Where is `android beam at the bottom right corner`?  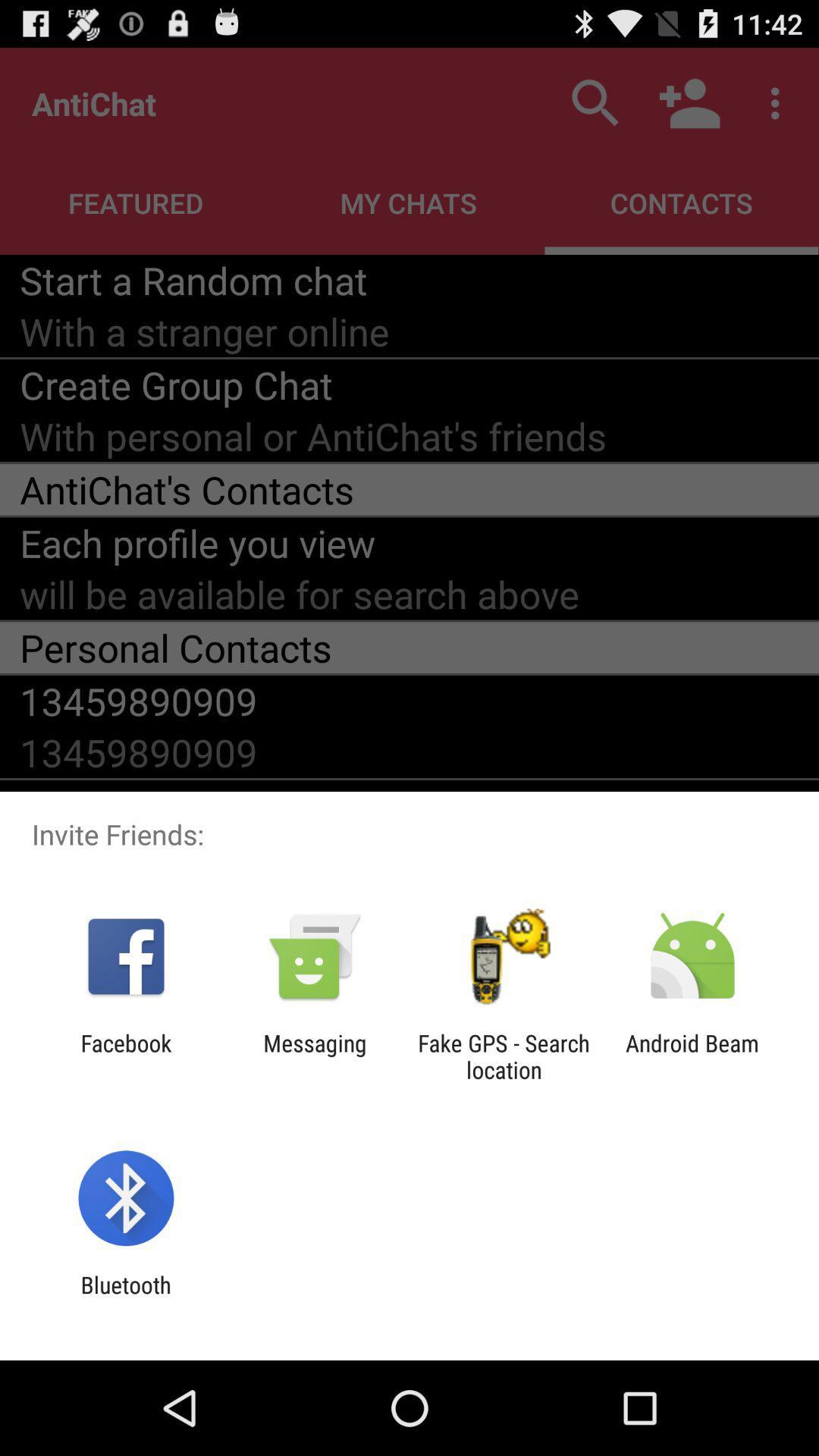
android beam at the bottom right corner is located at coordinates (692, 1056).